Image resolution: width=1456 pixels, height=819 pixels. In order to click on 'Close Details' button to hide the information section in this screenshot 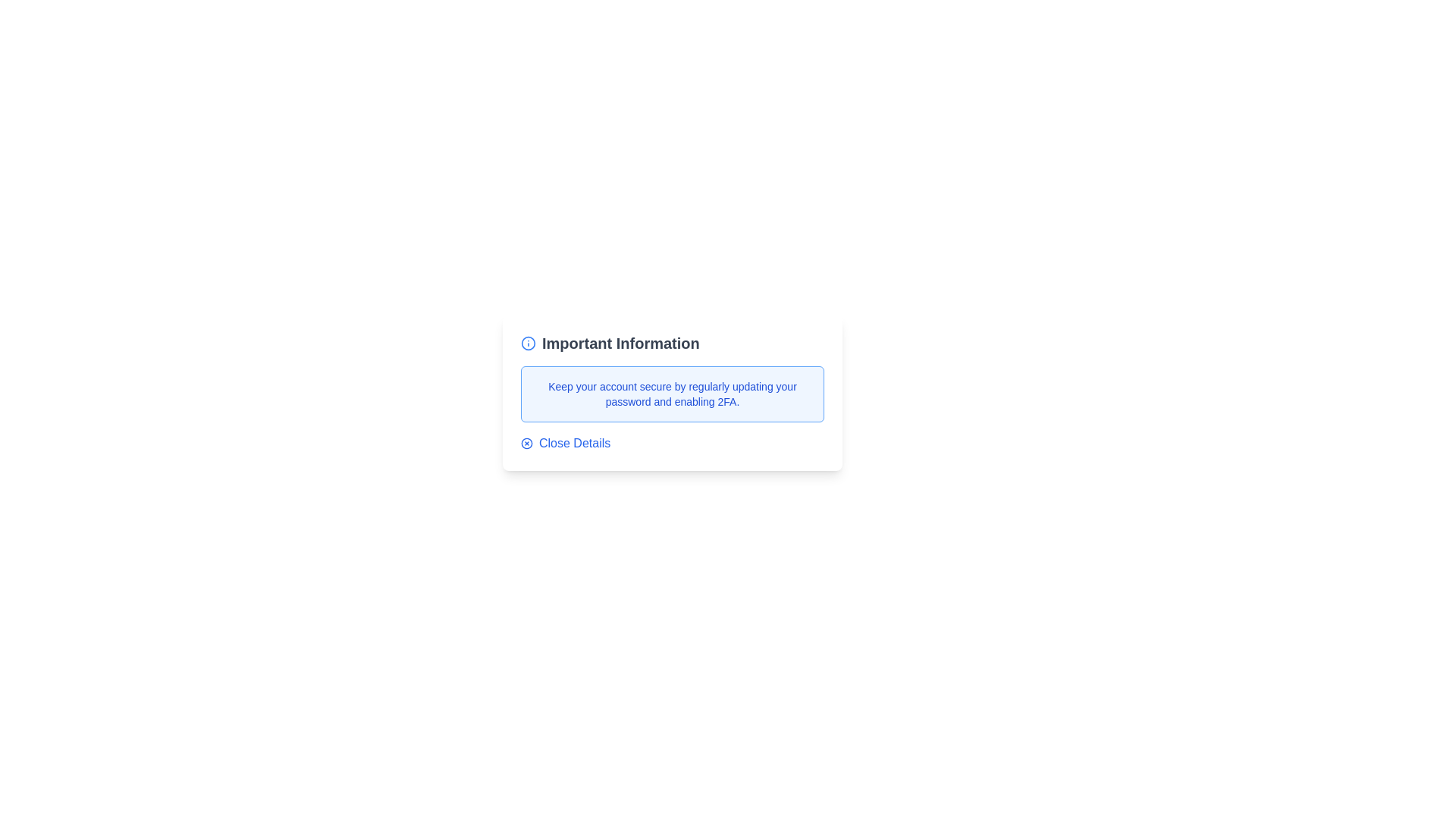, I will do `click(564, 444)`.